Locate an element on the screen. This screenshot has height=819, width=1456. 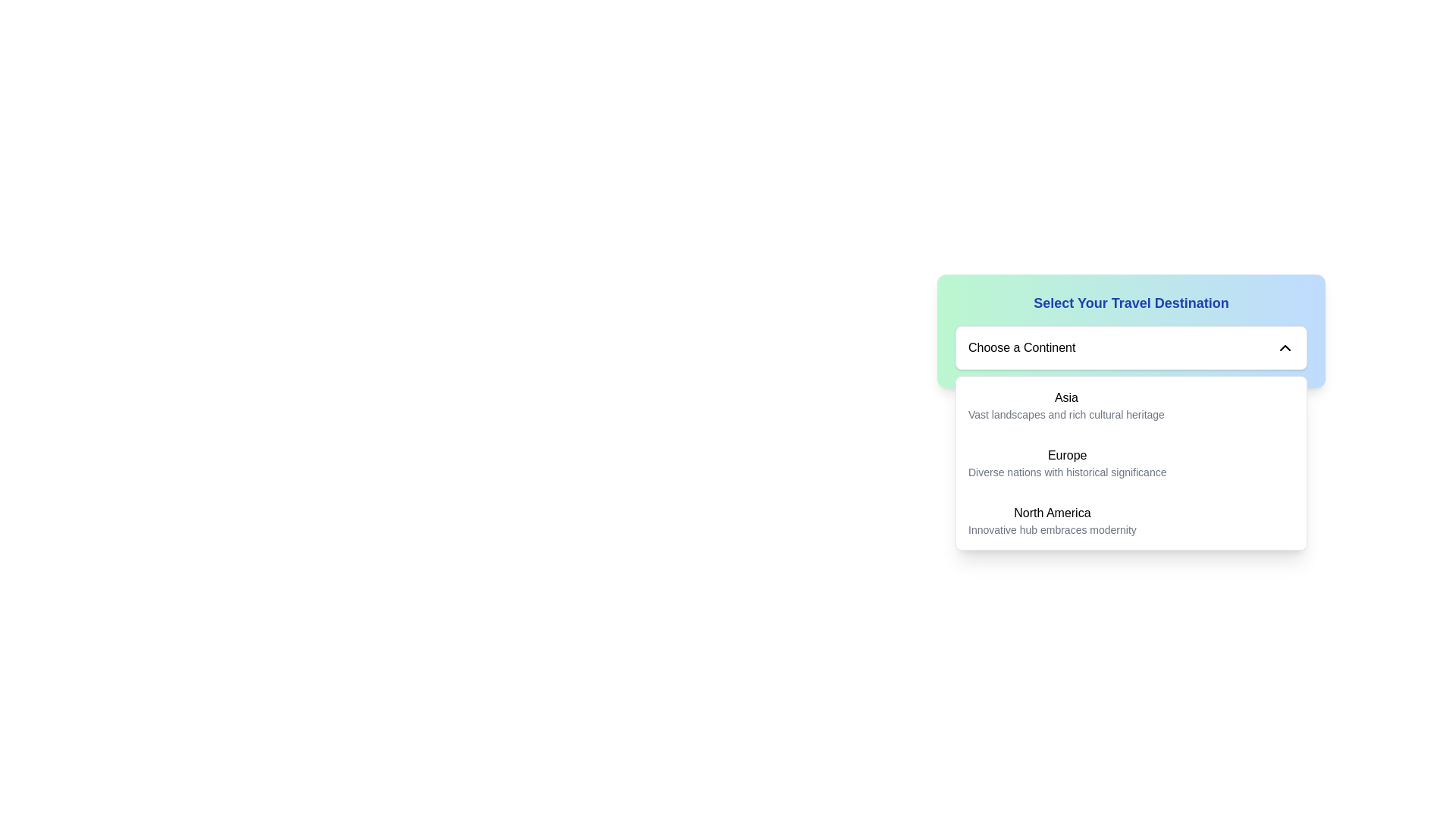
the selectable dropdown option item displaying 'North America' with the descriptive text 'Innovative hub embraces modernity' is located at coordinates (1131, 519).